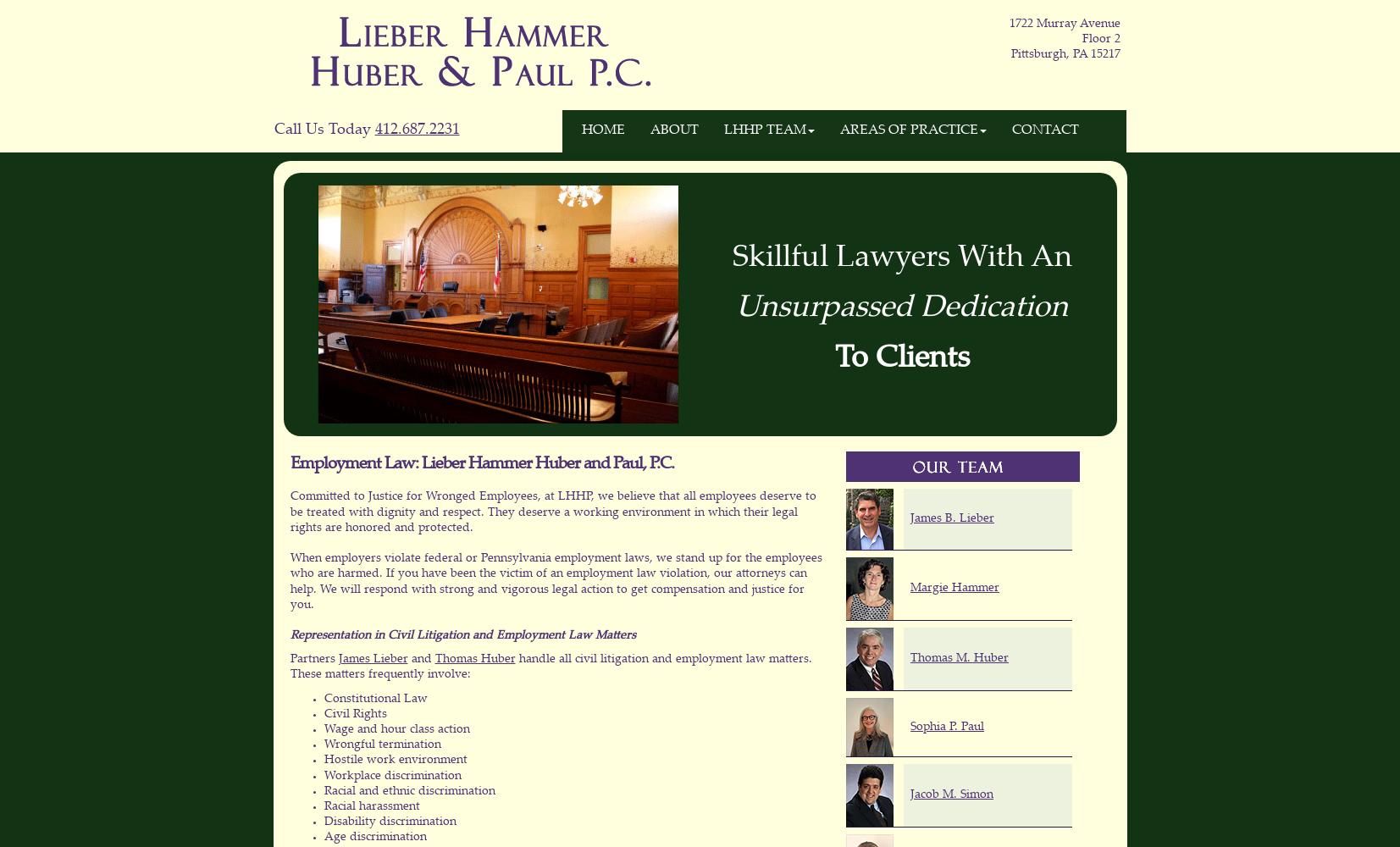 This screenshot has height=847, width=1400. I want to click on 'Call Us Today', so click(272, 130).